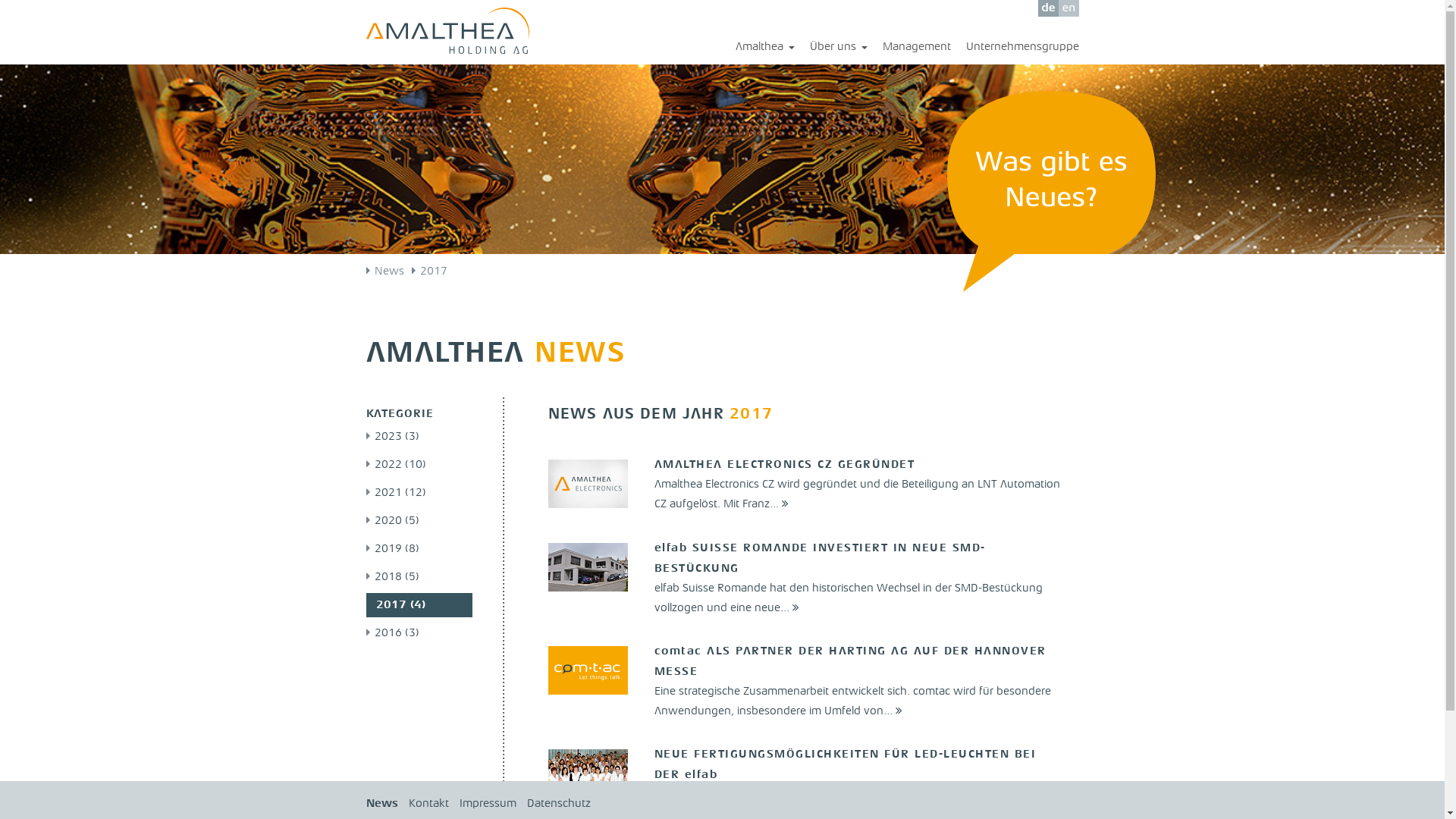  I want to click on 'Unternehmensgruppe', so click(1015, 46).